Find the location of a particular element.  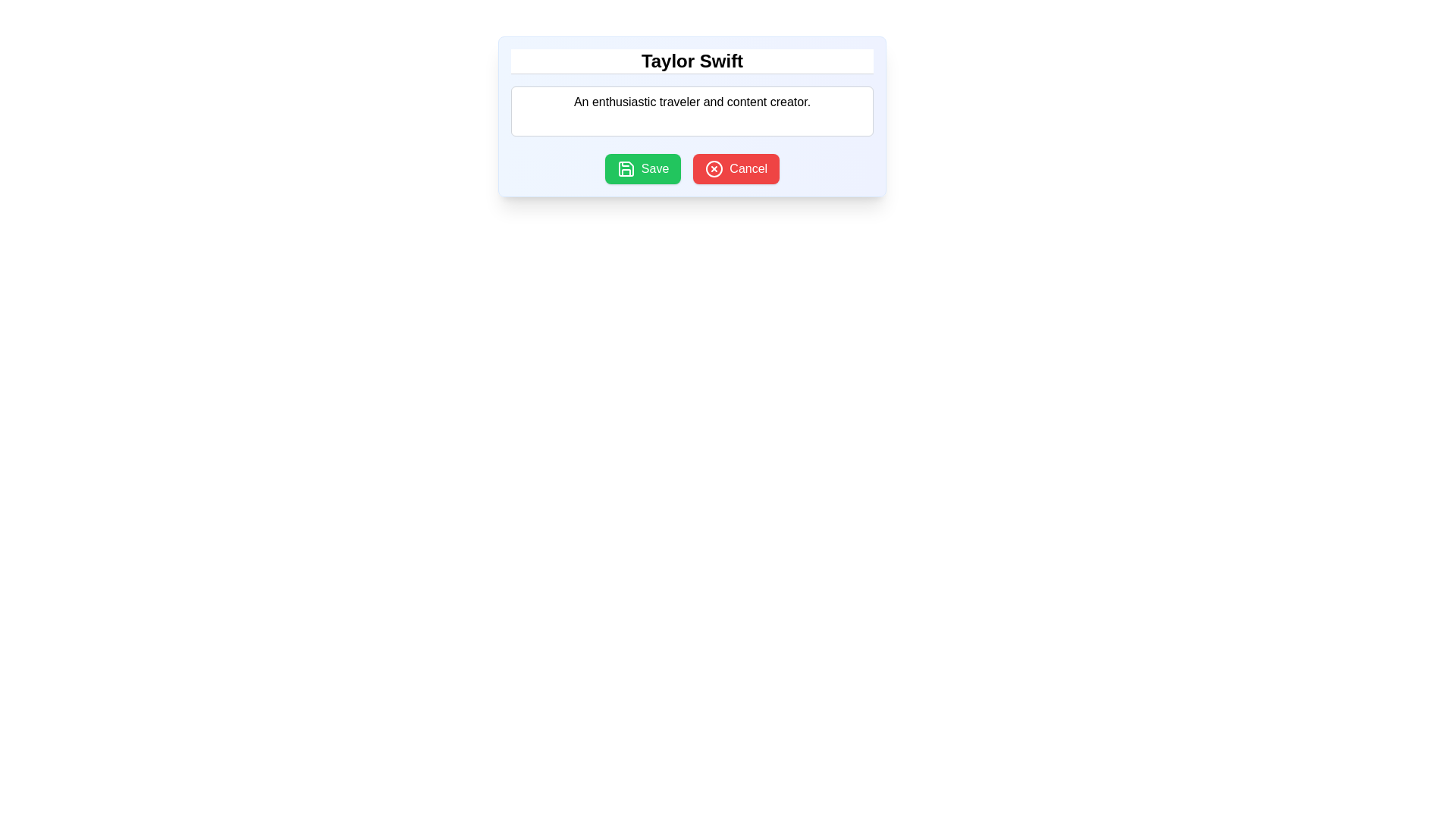

the text area below the title 'Taylor Swift' is located at coordinates (691, 110).